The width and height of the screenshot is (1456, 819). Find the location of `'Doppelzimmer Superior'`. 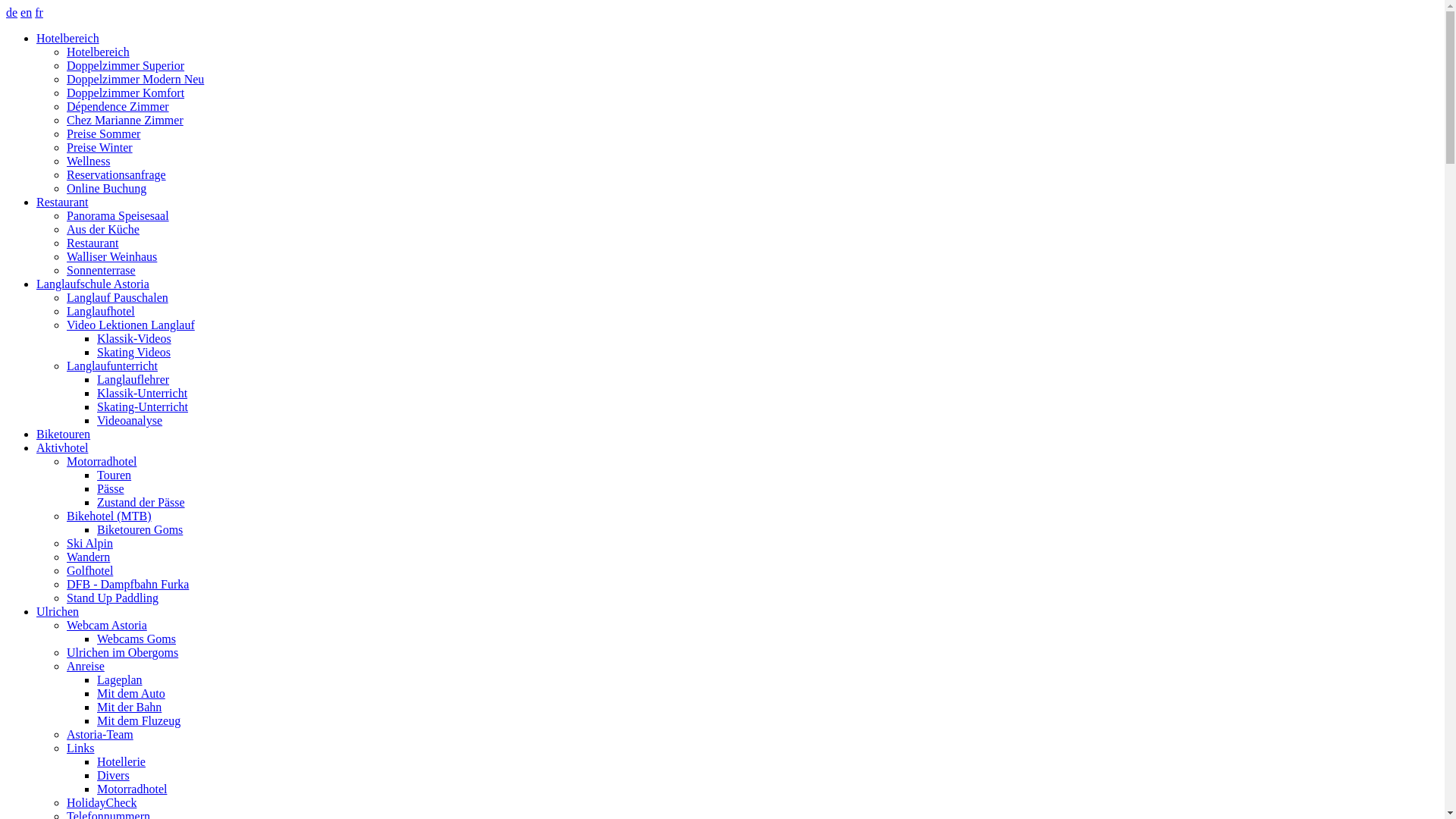

'Doppelzimmer Superior' is located at coordinates (65, 64).